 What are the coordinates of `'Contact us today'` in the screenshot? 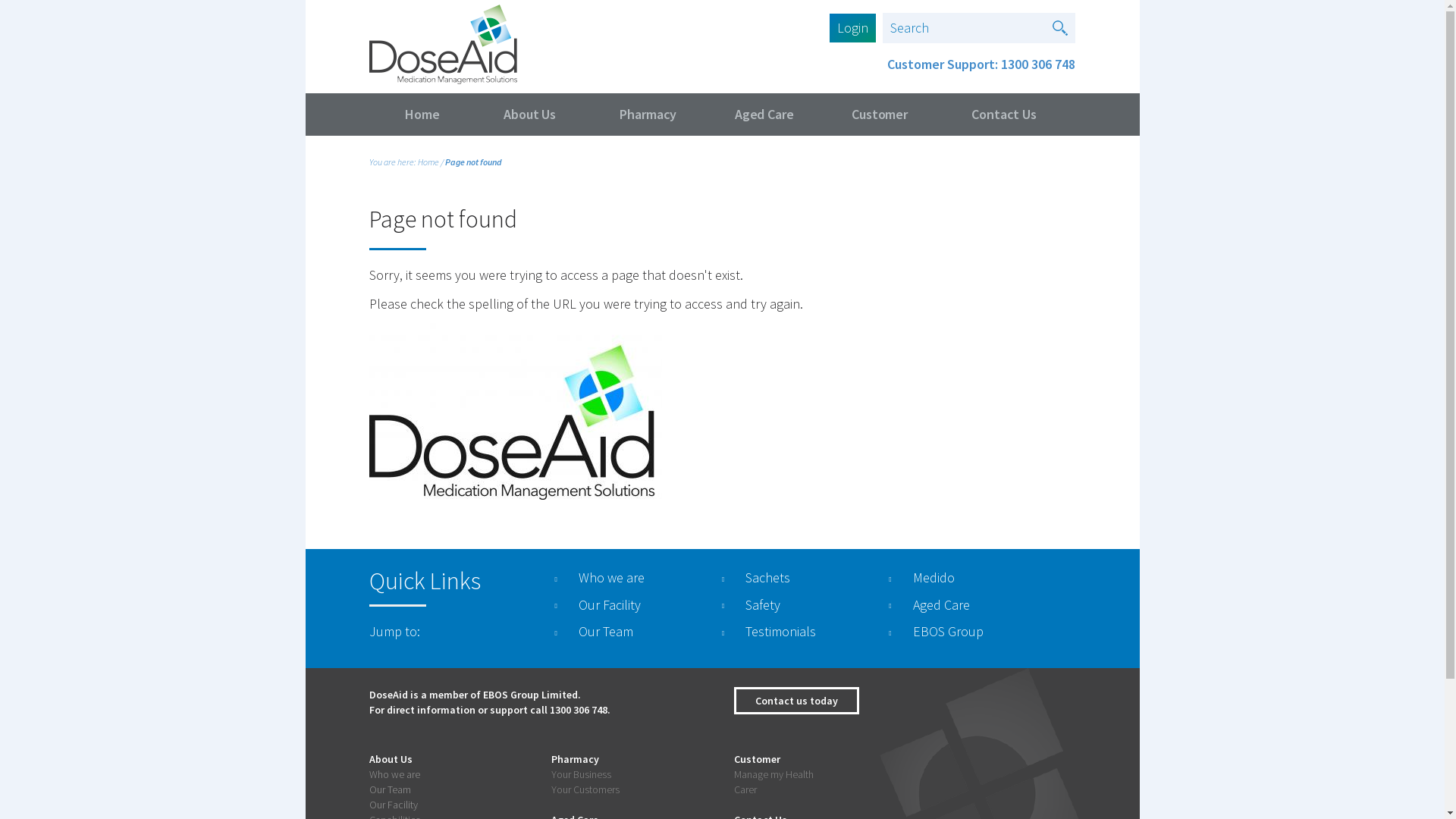 It's located at (795, 701).